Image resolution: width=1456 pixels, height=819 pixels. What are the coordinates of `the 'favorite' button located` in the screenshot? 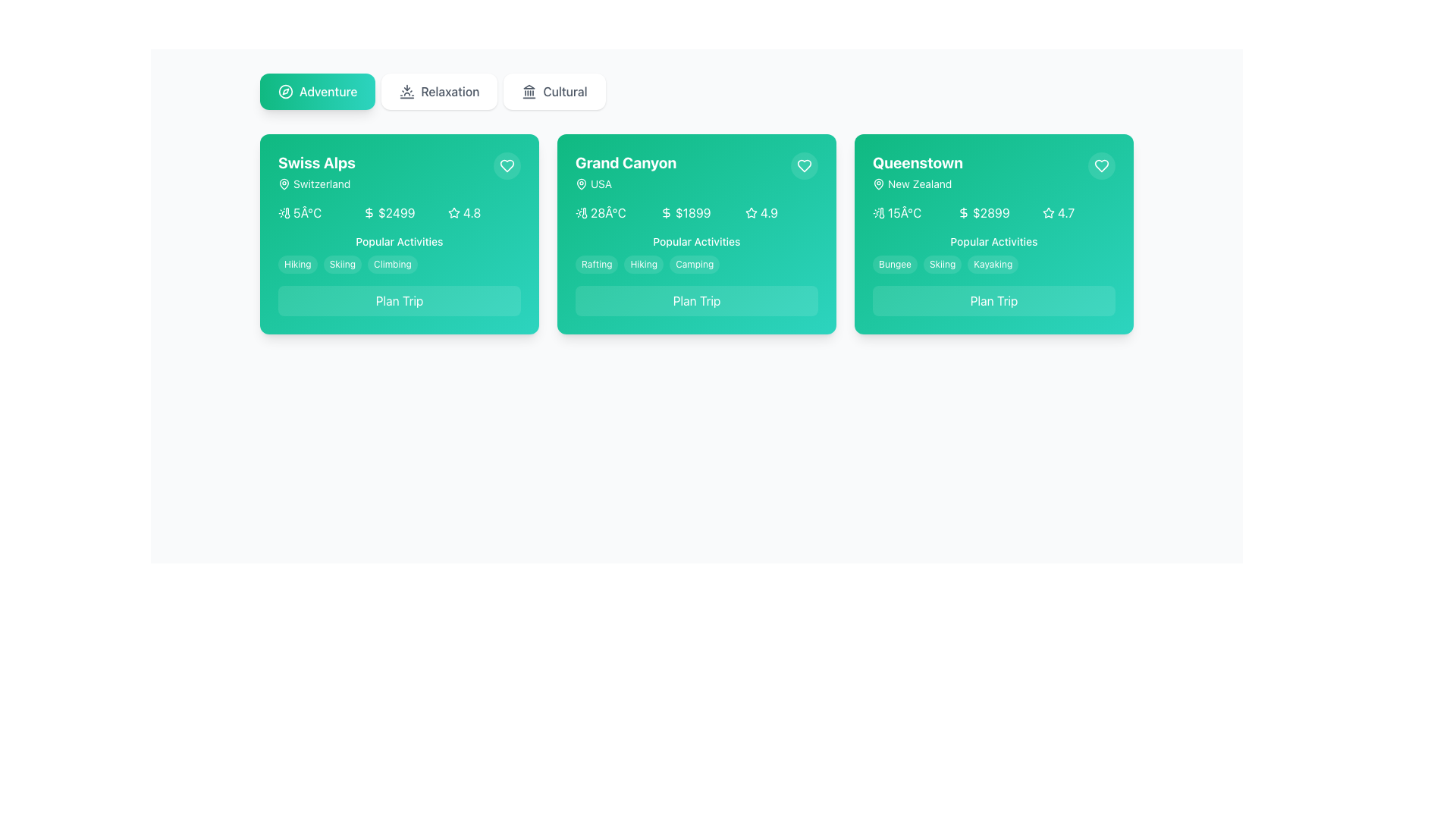 It's located at (1102, 166).